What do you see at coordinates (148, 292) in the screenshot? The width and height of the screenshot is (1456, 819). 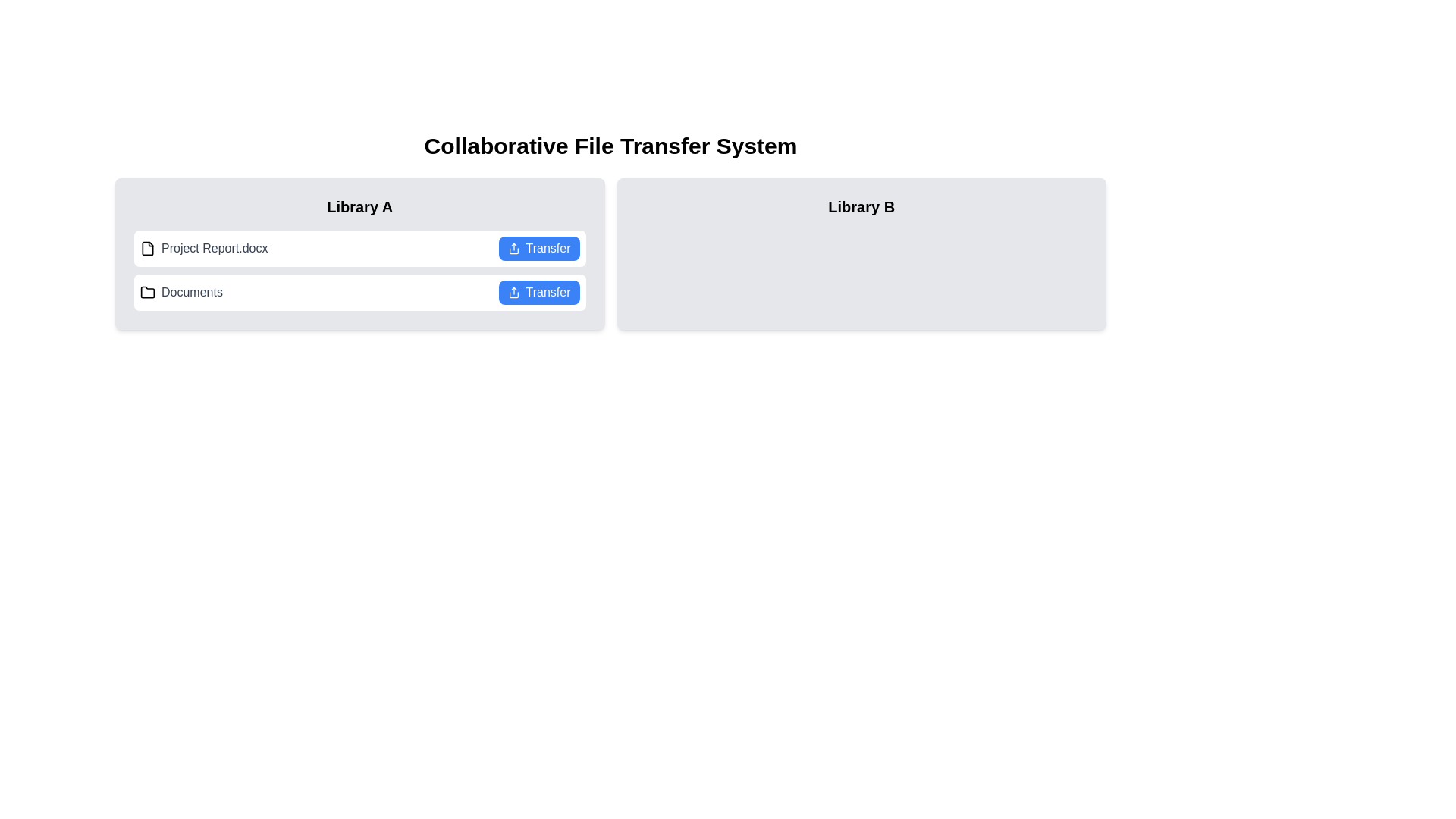 I see `the folder-like icon located next to the 'Documents' label in the second entry row under 'Library A'` at bounding box center [148, 292].